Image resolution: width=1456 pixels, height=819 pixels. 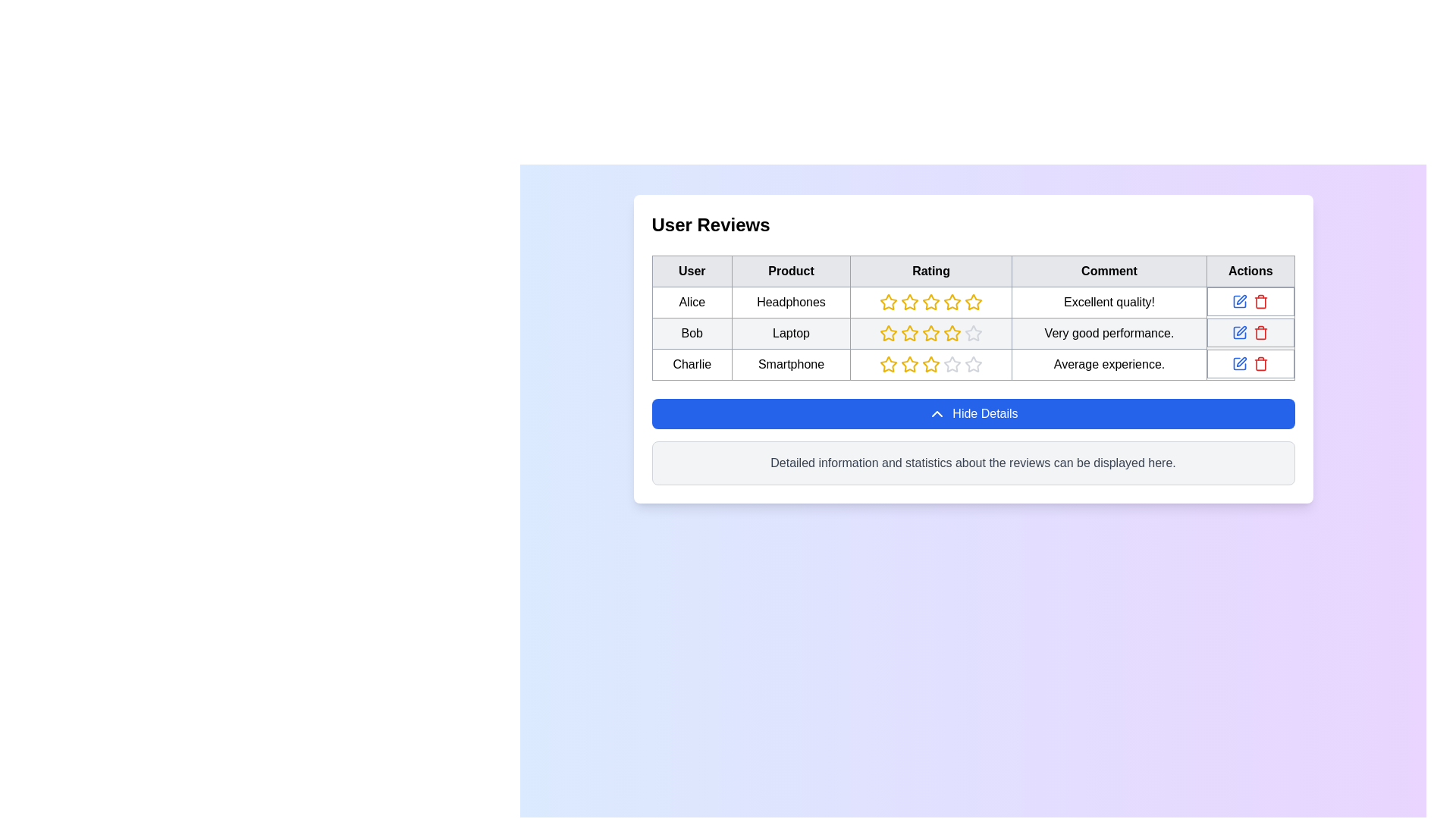 What do you see at coordinates (888, 332) in the screenshot?
I see `the yellow five-pointed star icon representing the fourth rating in the 'User Reviews' table for 'Bob'` at bounding box center [888, 332].